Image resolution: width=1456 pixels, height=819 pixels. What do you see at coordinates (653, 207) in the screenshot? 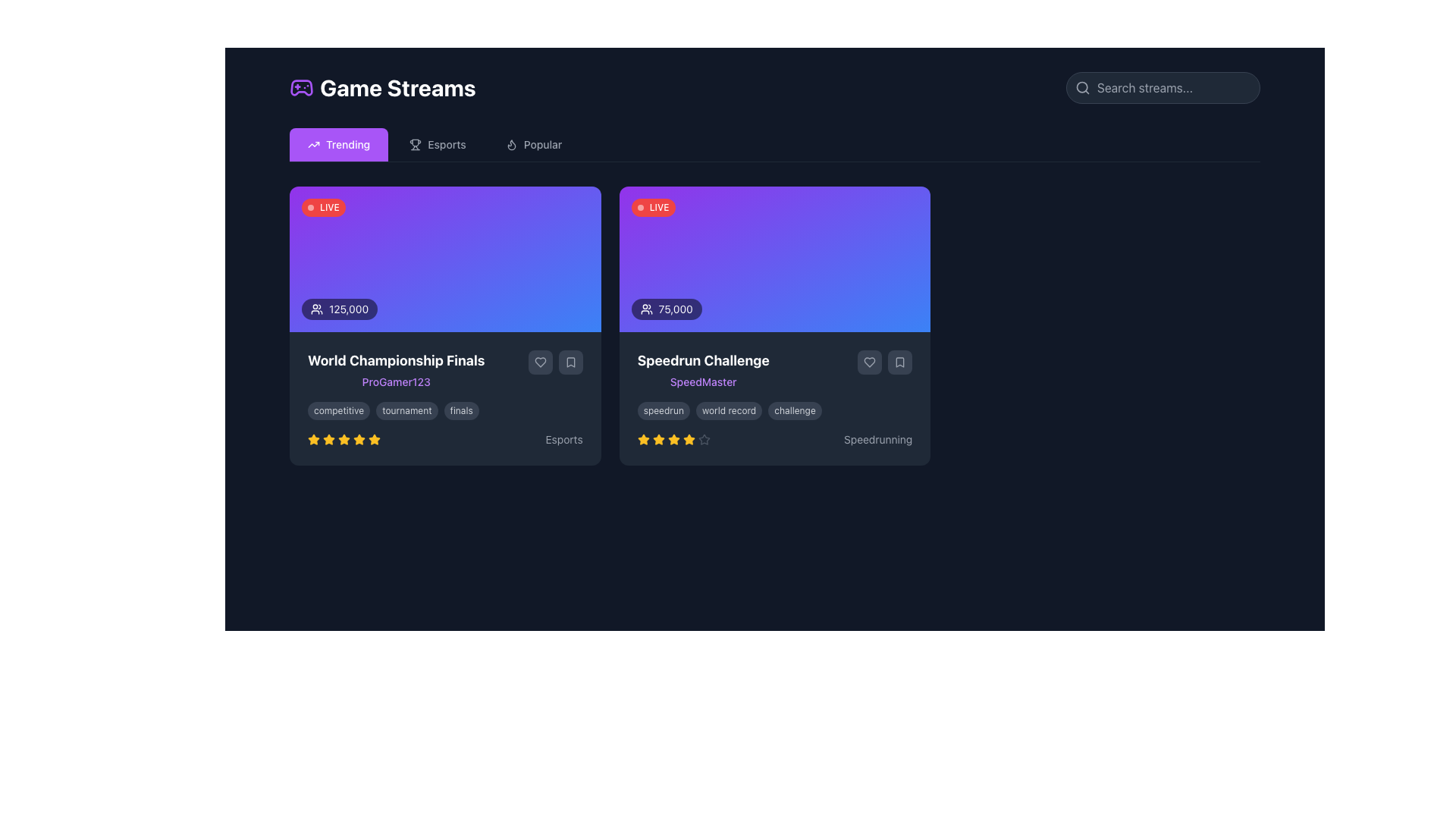
I see `the live streaming badge located in the top-left corner of the 'Speedrun Challenge' card` at bounding box center [653, 207].